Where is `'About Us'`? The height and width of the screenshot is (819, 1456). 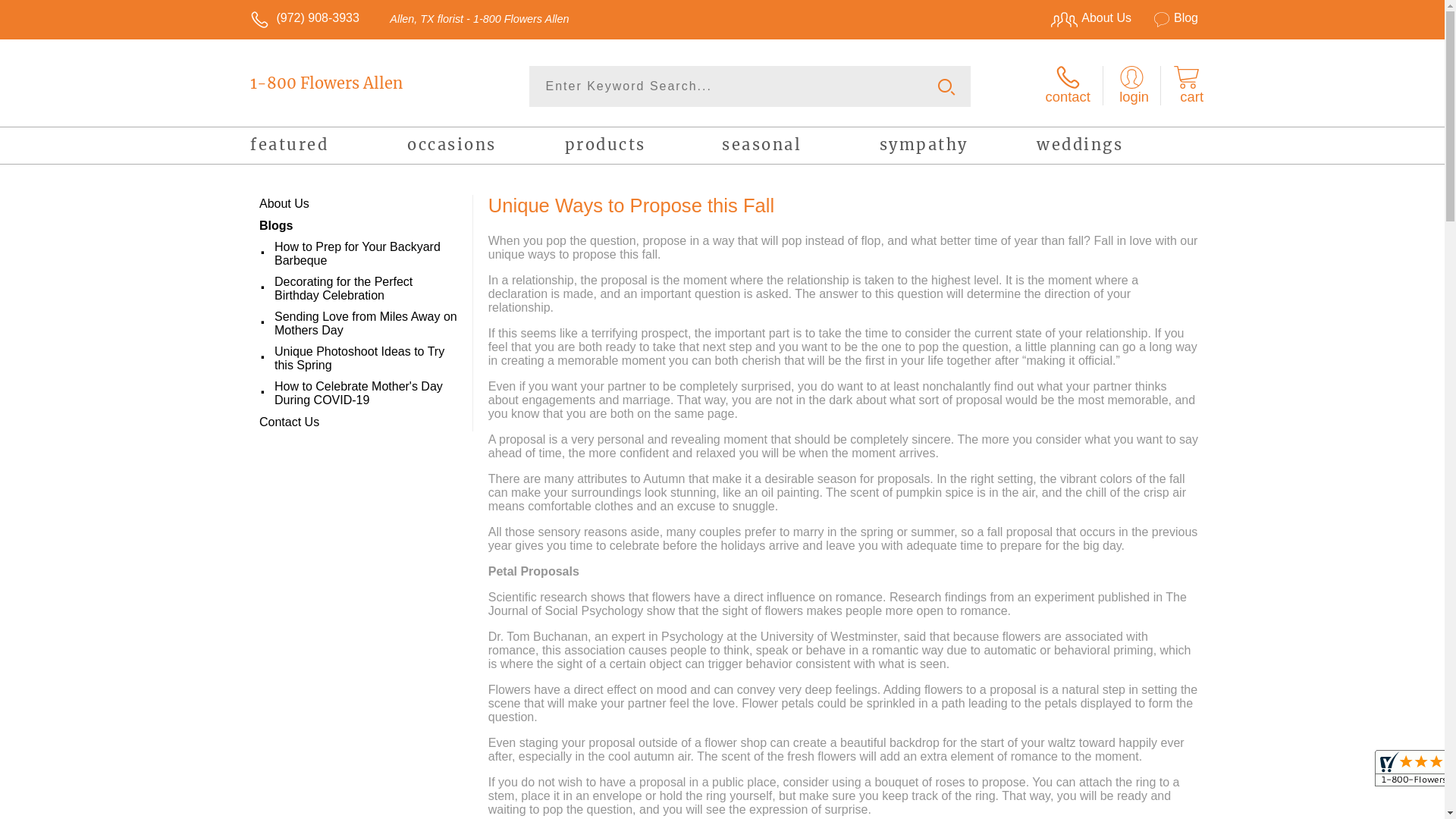 'About Us' is located at coordinates (1031, 17).